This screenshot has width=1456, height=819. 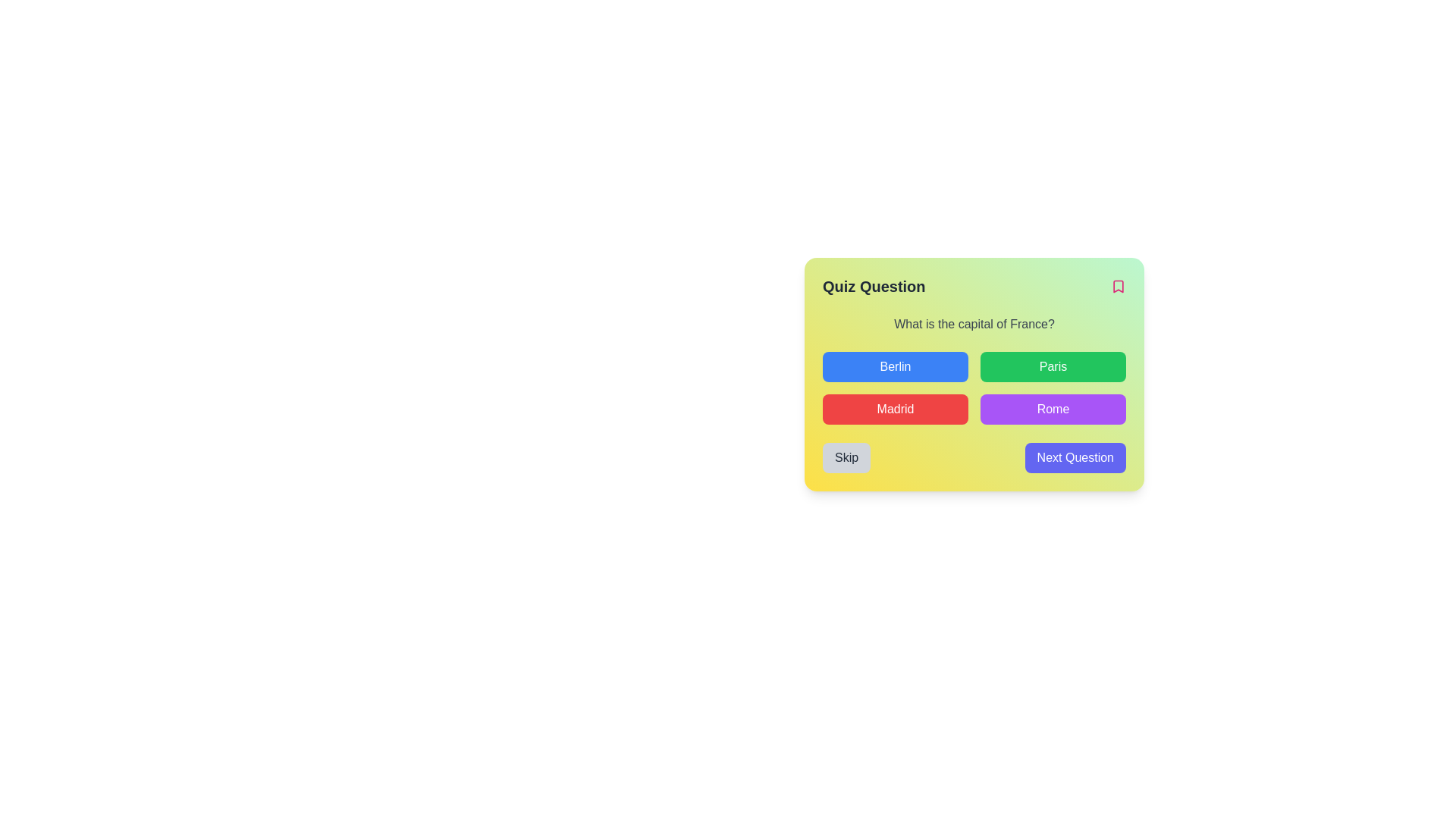 I want to click on the button labeled 'Berlin' in the quiz interface, so click(x=895, y=366).